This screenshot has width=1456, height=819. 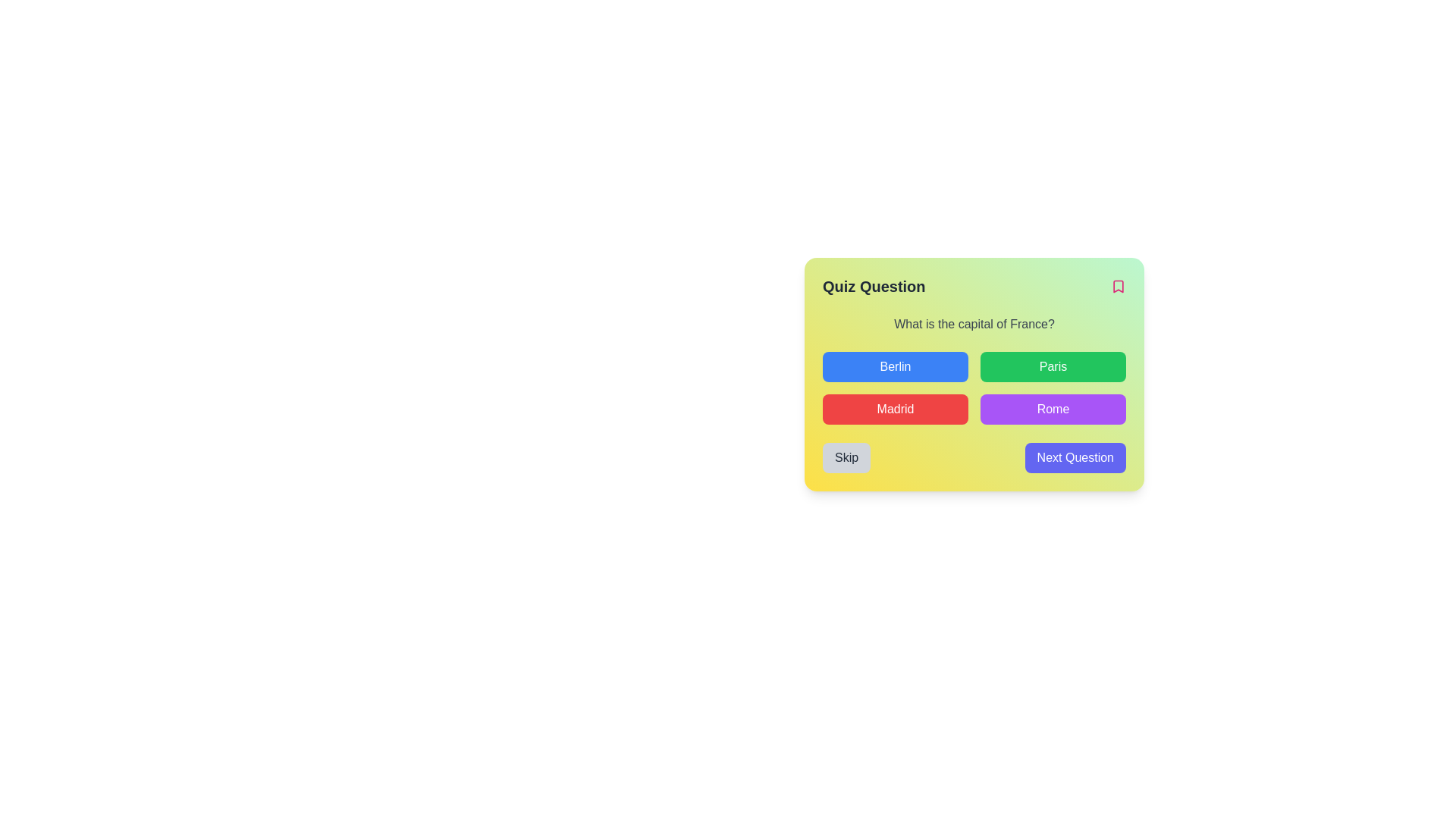 I want to click on the button labeled 'Berlin' in the quiz interface, so click(x=895, y=366).